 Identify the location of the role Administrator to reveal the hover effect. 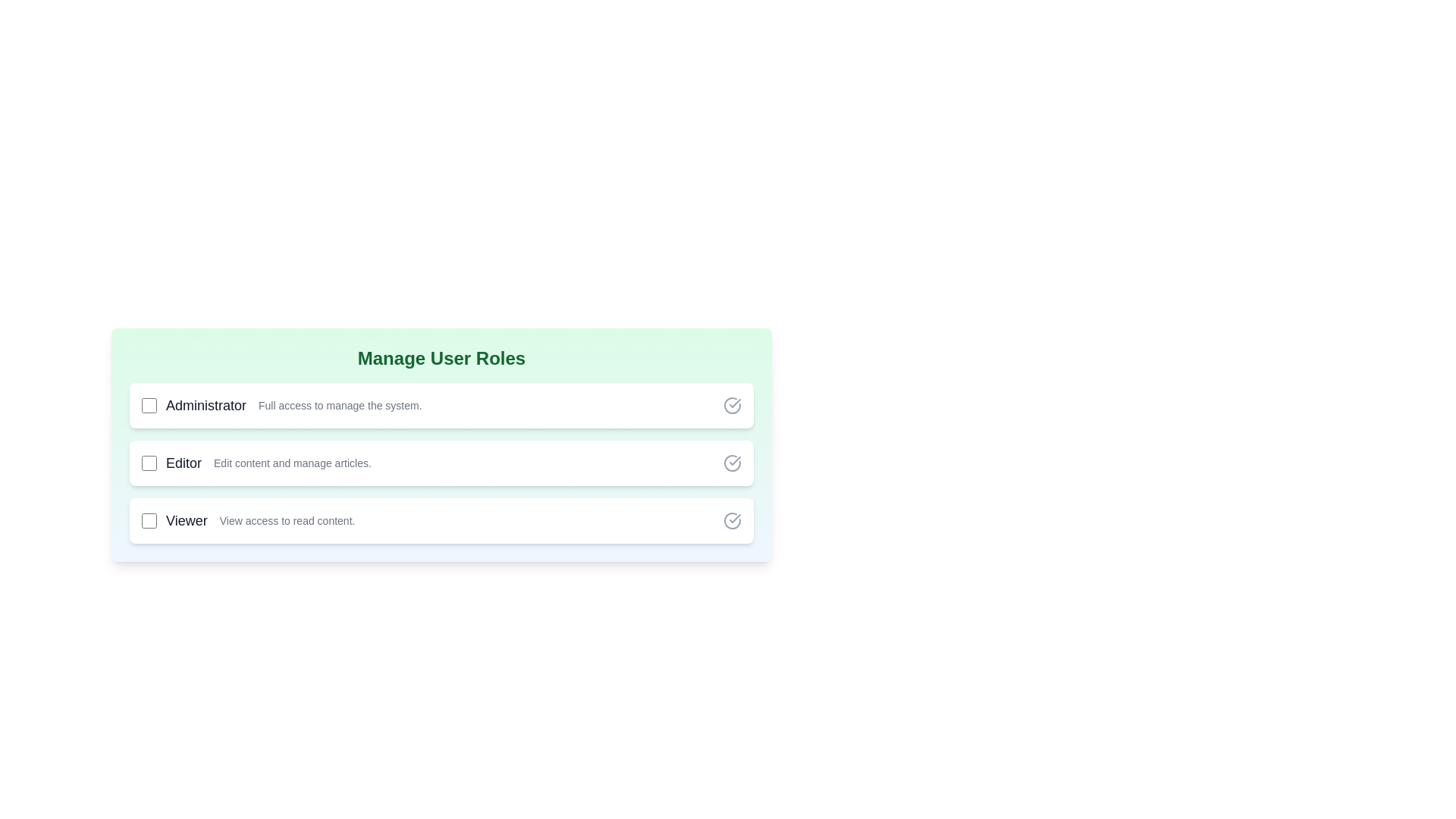
(441, 405).